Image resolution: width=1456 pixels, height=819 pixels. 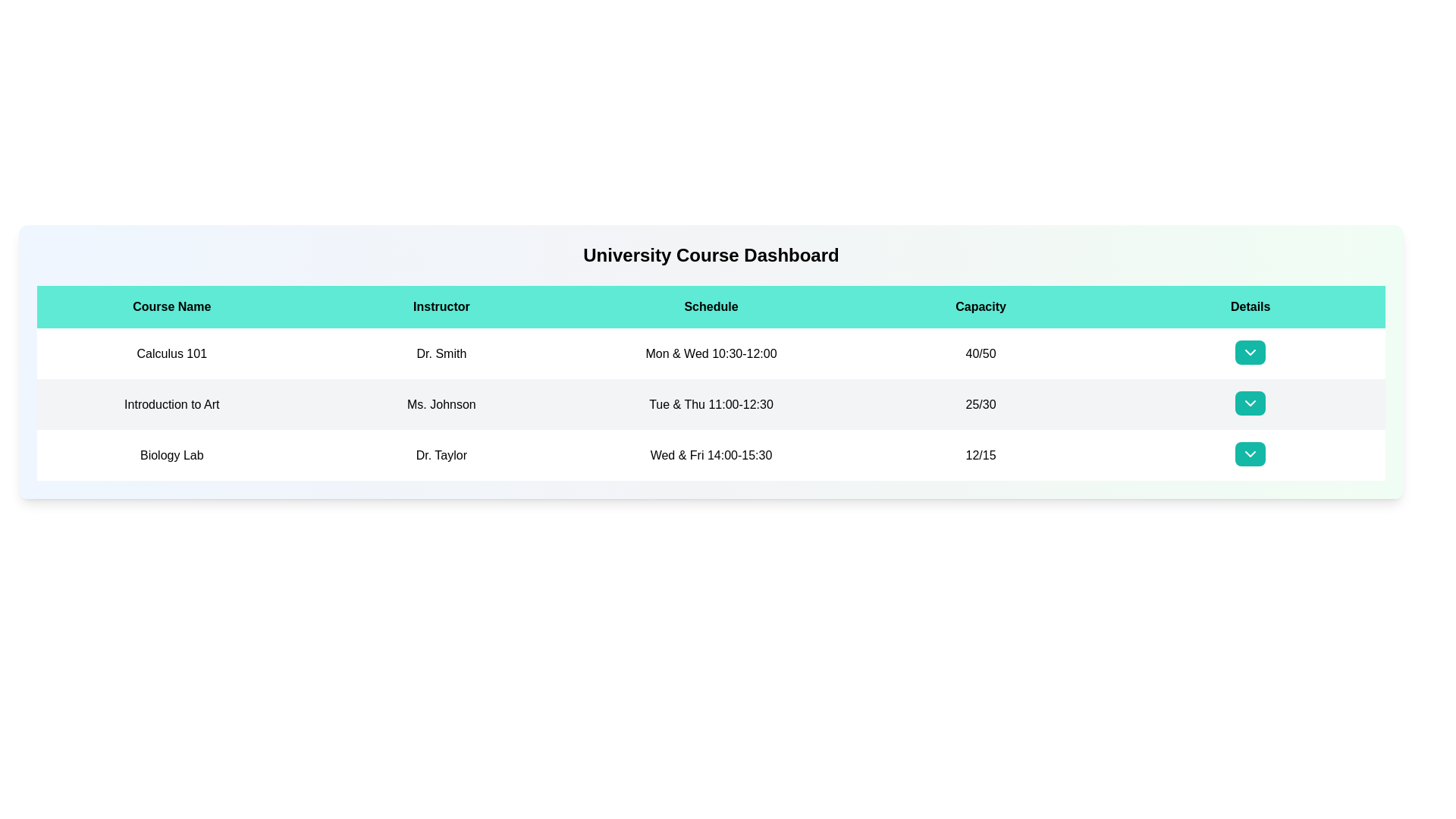 I want to click on the 'Details' button with an icon for the 'Biology Lab' course, so click(x=1250, y=453).